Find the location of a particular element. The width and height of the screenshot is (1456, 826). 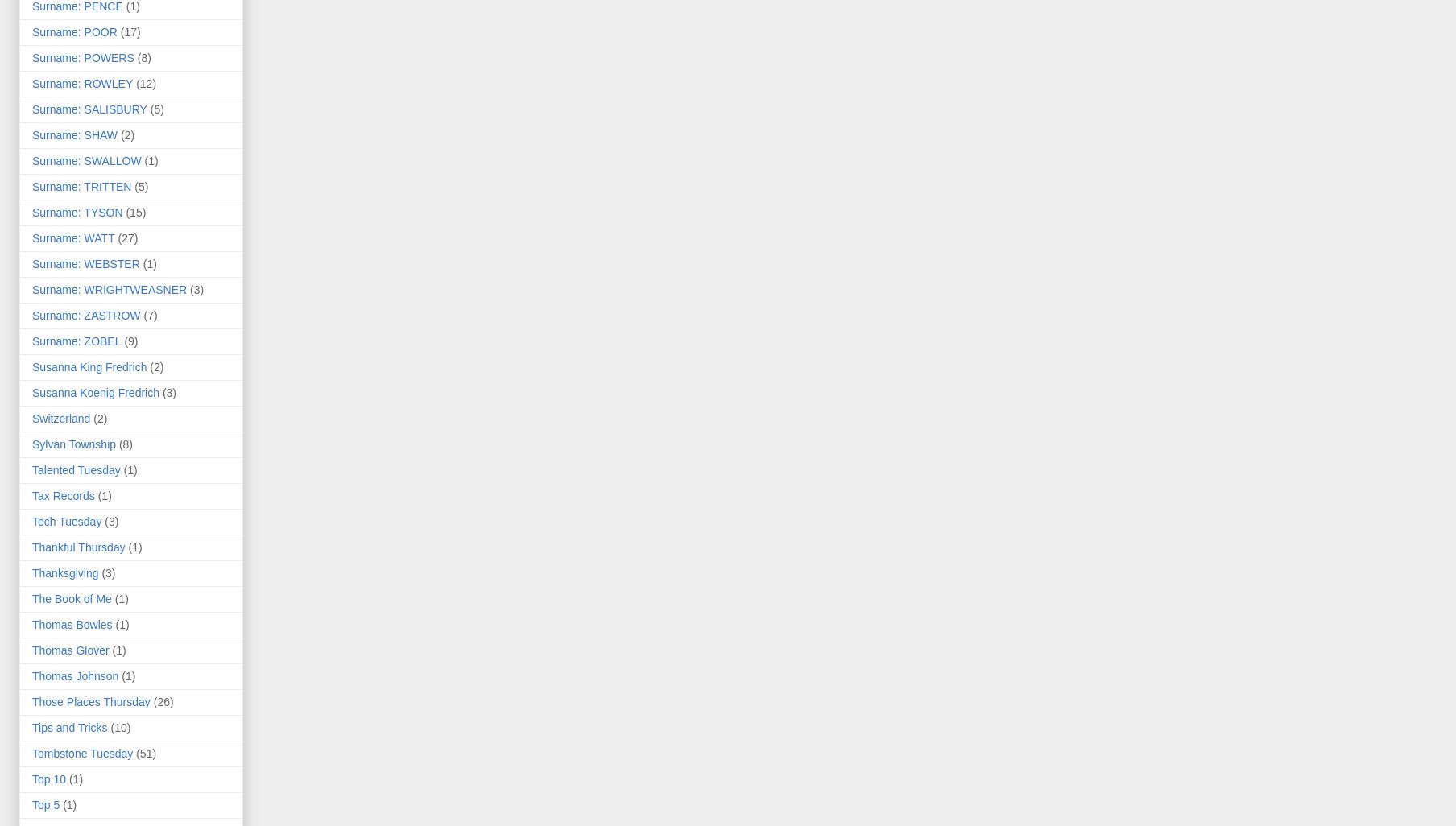

'Surname: WRIGHTWEASNER' is located at coordinates (31, 289).